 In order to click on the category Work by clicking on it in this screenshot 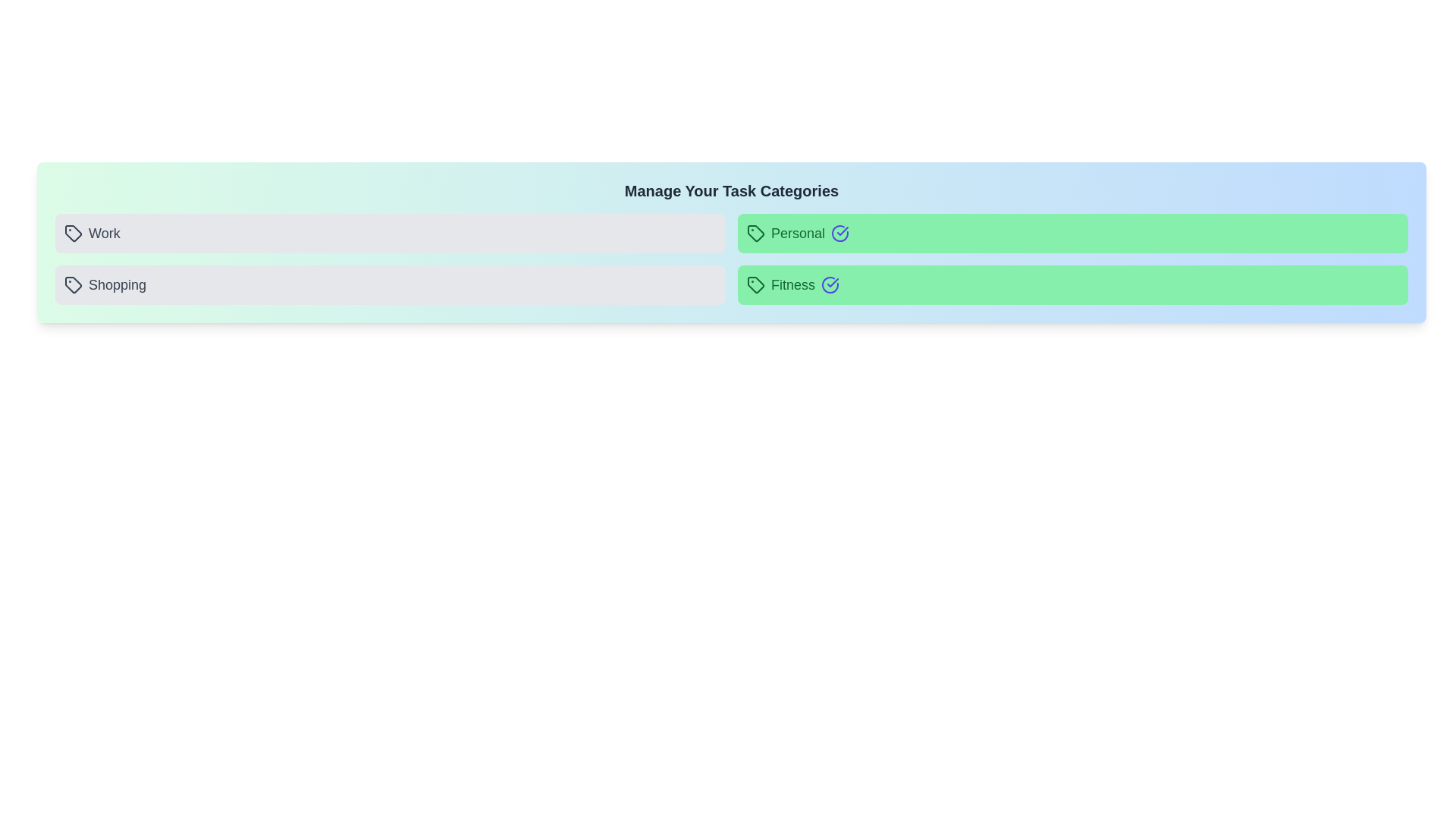, I will do `click(390, 234)`.